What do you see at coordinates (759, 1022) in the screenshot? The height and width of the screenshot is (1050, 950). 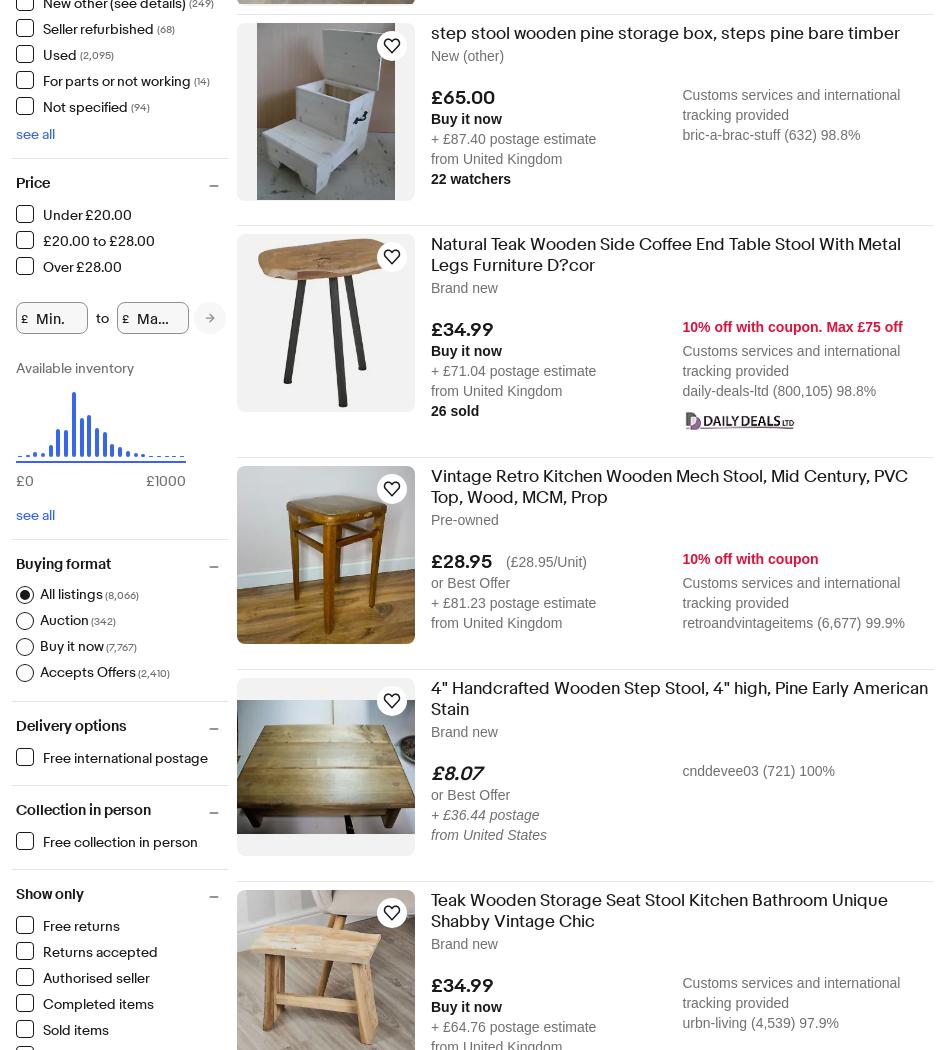 I see `'urbn-living (4,539) 97.9%'` at bounding box center [759, 1022].